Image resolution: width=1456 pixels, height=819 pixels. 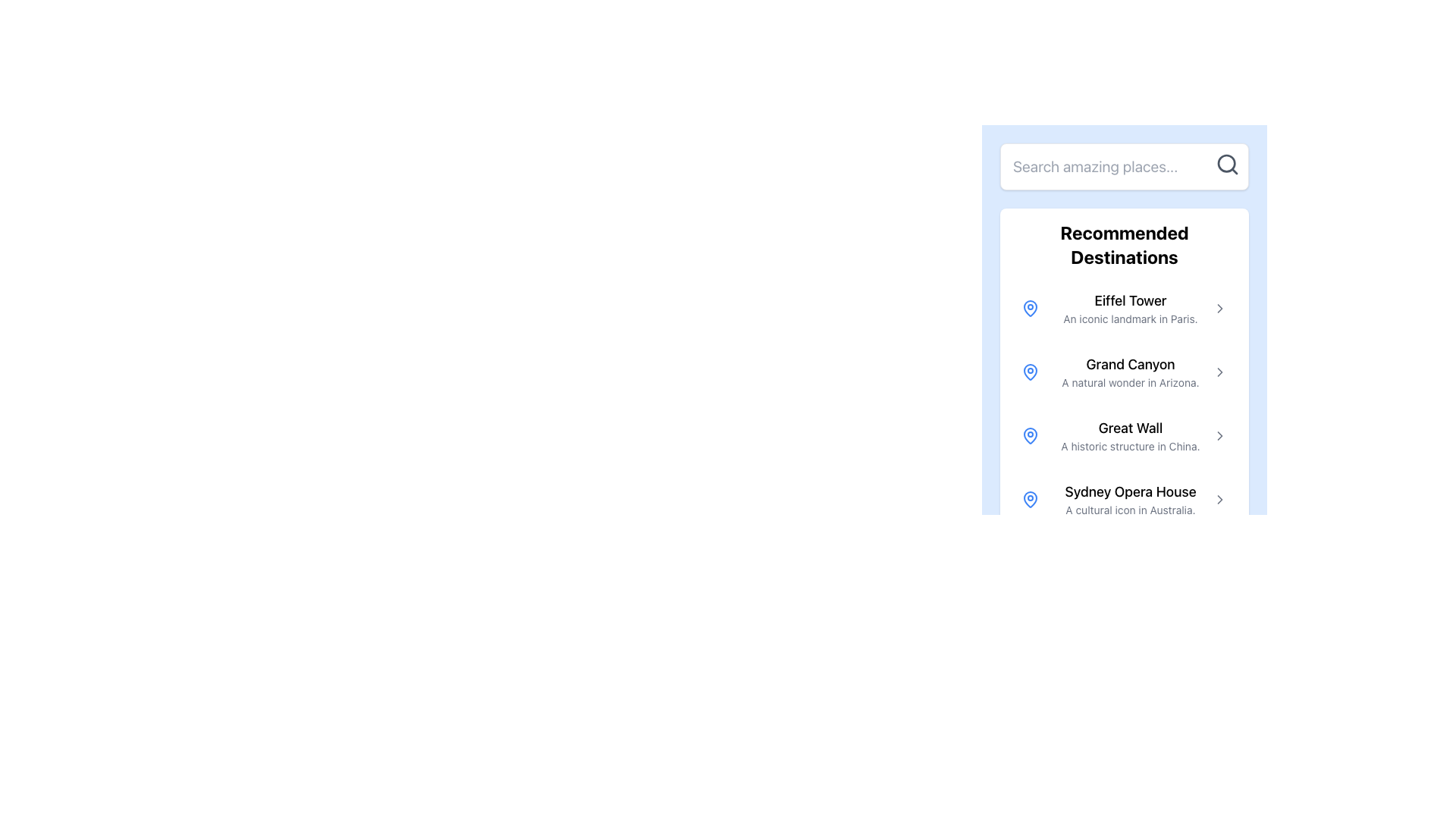 What do you see at coordinates (1131, 428) in the screenshot?
I see `the bold title text 'Great Wall' in the third listing item of the 'Recommended Destinations' section, which is located to the right of a blue location icon` at bounding box center [1131, 428].